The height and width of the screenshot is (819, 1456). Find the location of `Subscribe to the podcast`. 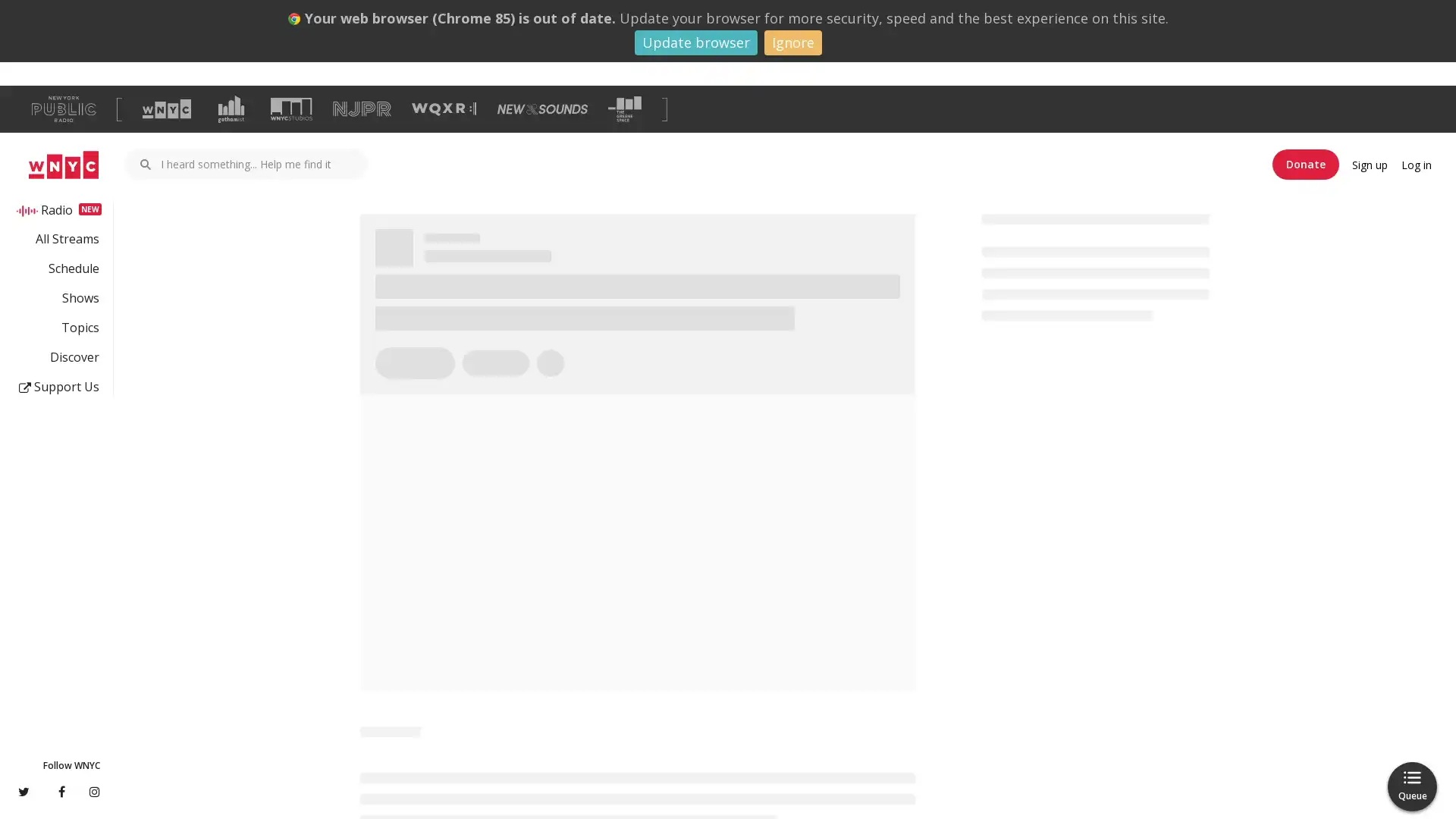

Subscribe to the podcast is located at coordinates (1057, 362).